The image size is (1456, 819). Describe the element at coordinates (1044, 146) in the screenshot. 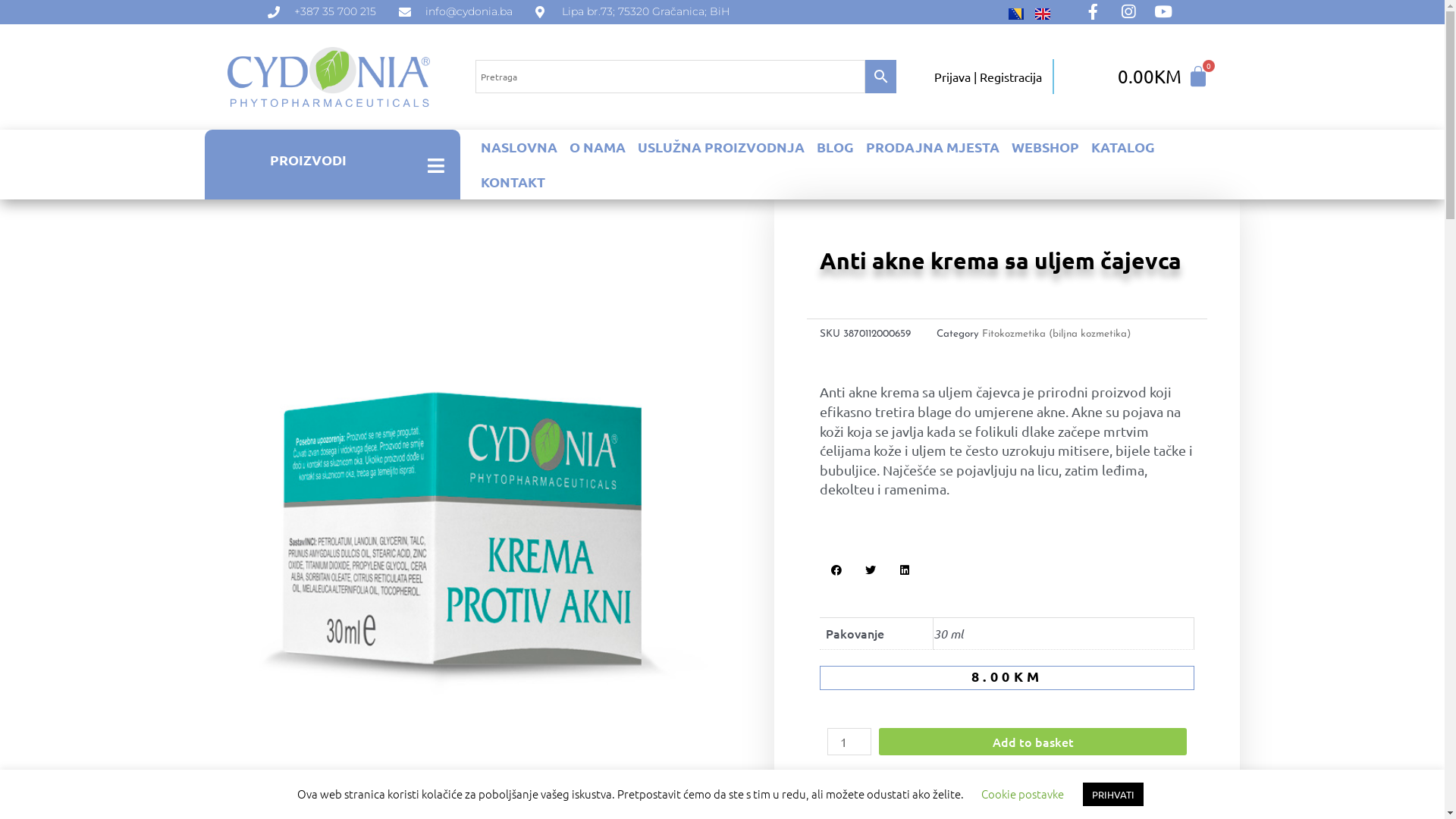

I see `'WEBSHOP'` at that location.